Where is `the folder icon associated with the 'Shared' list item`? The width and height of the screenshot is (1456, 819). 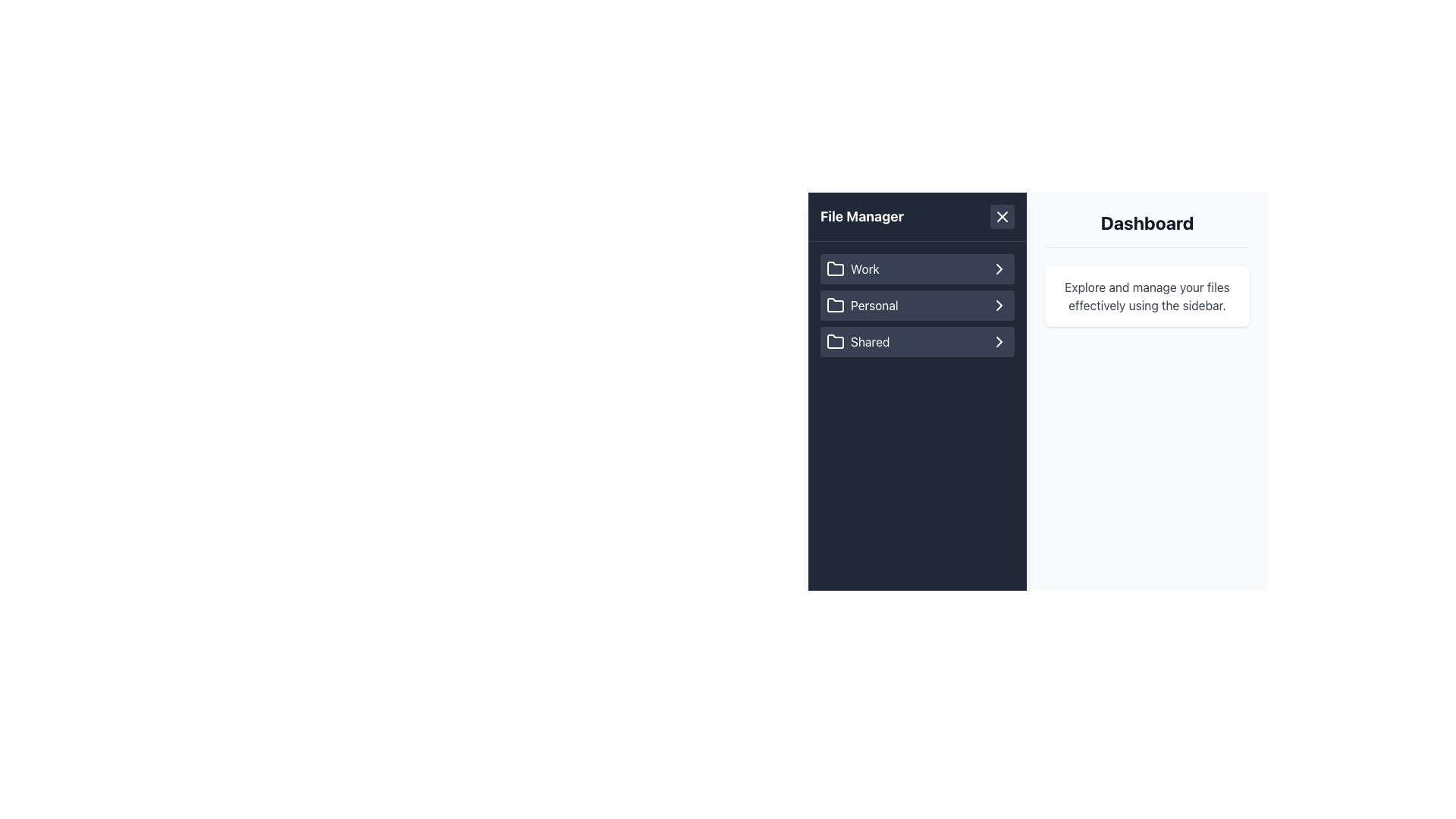 the folder icon associated with the 'Shared' list item is located at coordinates (835, 341).